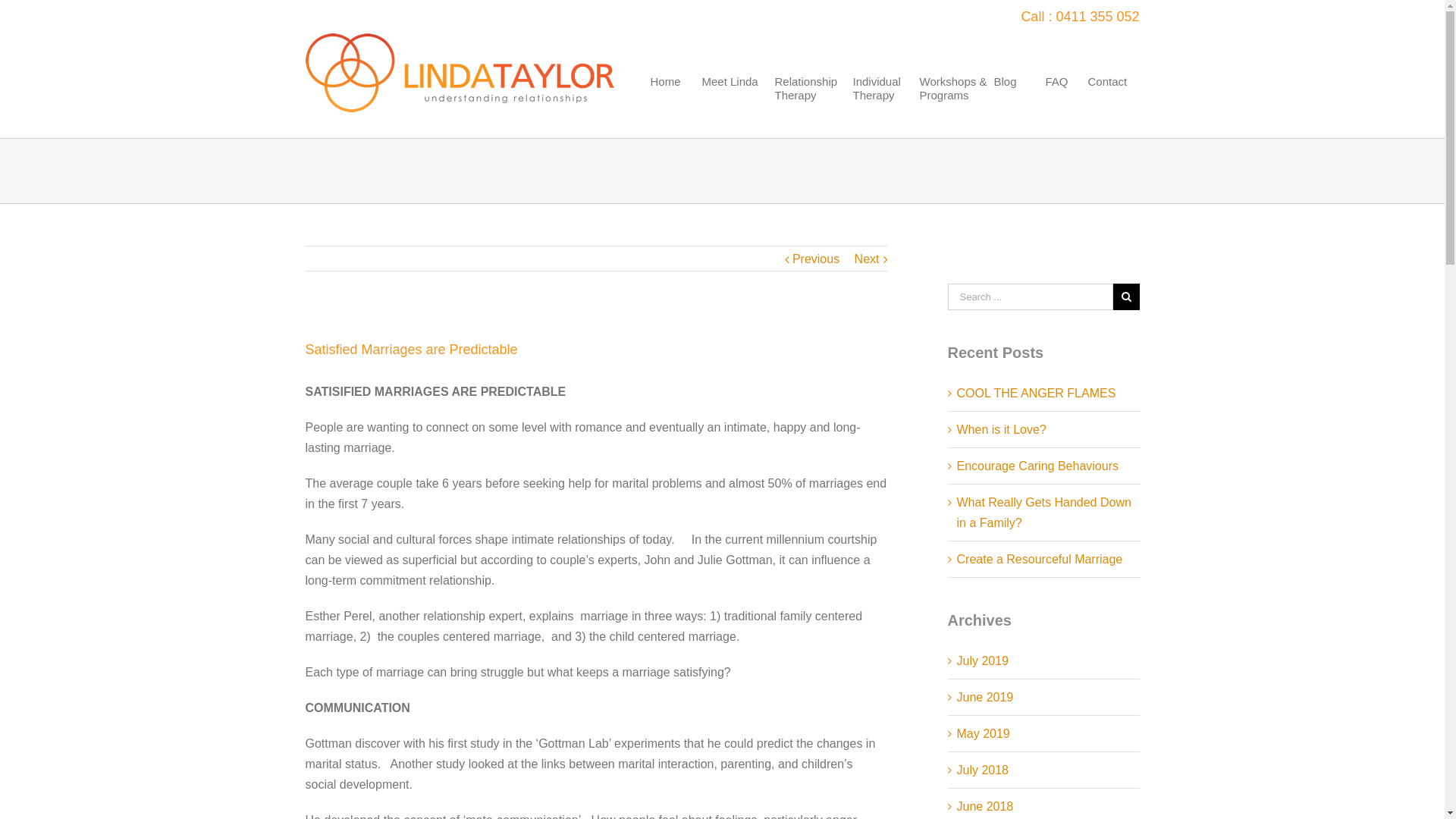  I want to click on 'Contact', so click(1110, 105).